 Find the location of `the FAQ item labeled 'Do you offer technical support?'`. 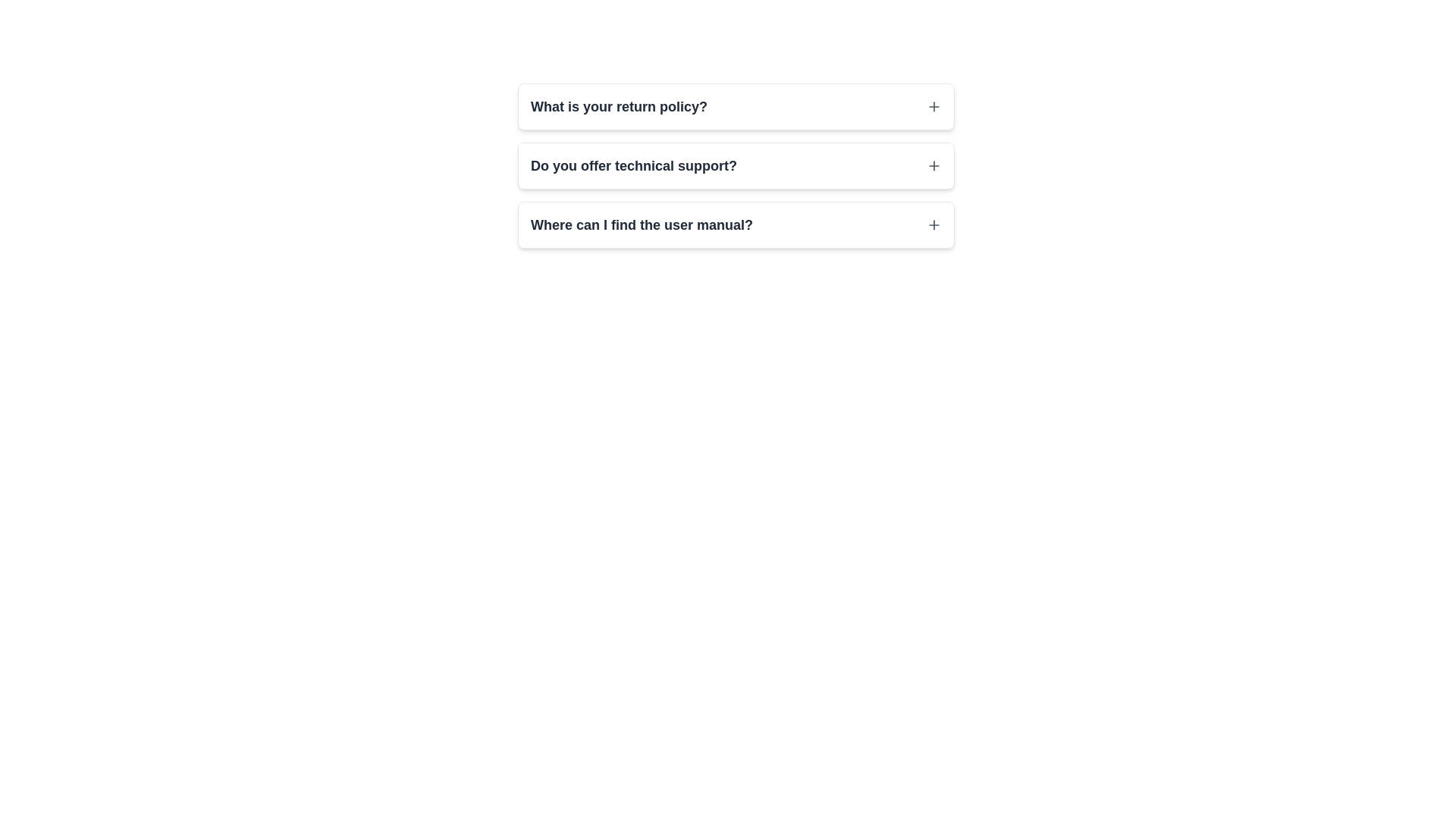

the FAQ item labeled 'Do you offer technical support?' is located at coordinates (736, 166).